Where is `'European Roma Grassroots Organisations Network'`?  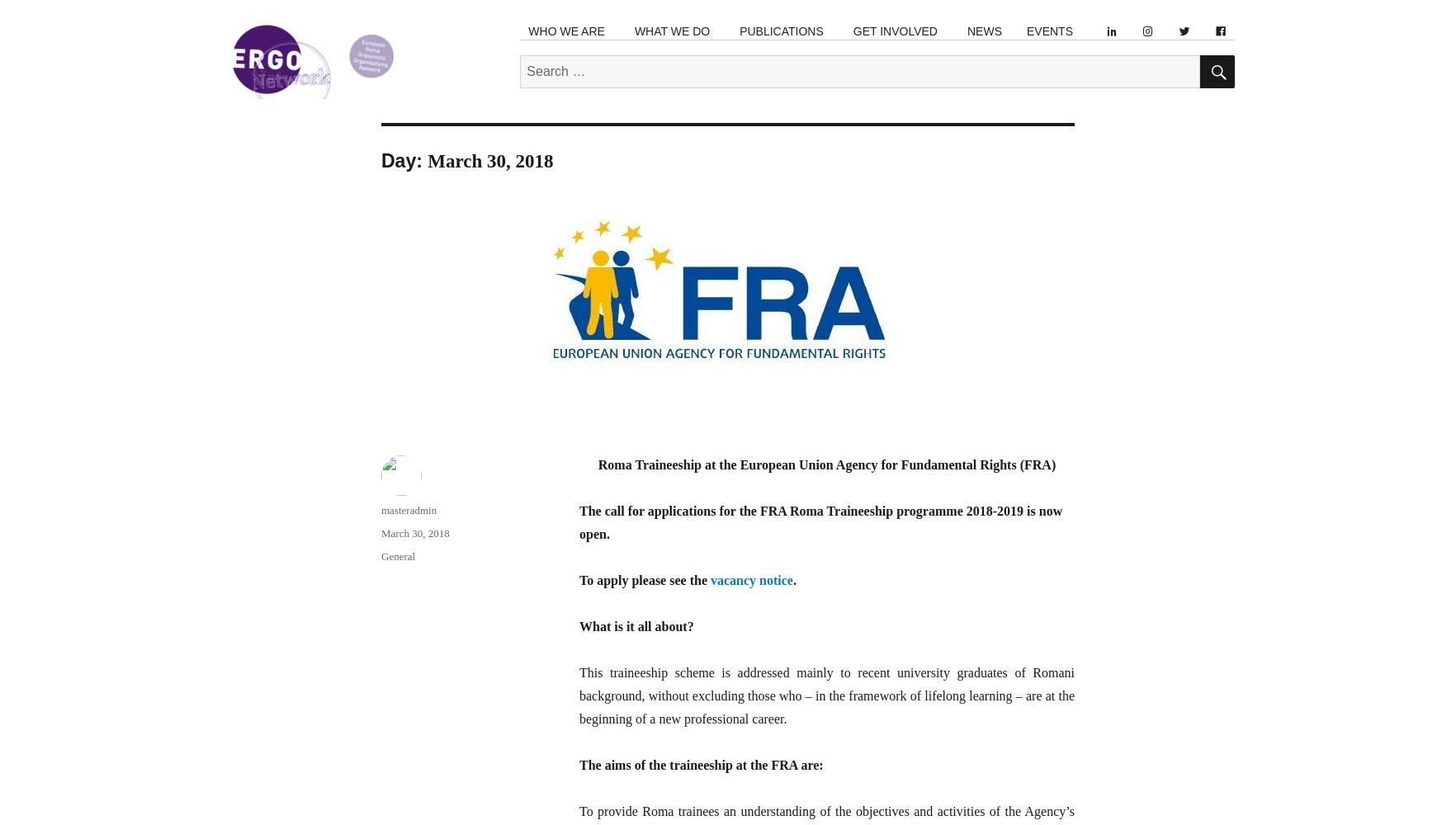
'European Roma Grassroots Organisations Network' is located at coordinates (343, 109).